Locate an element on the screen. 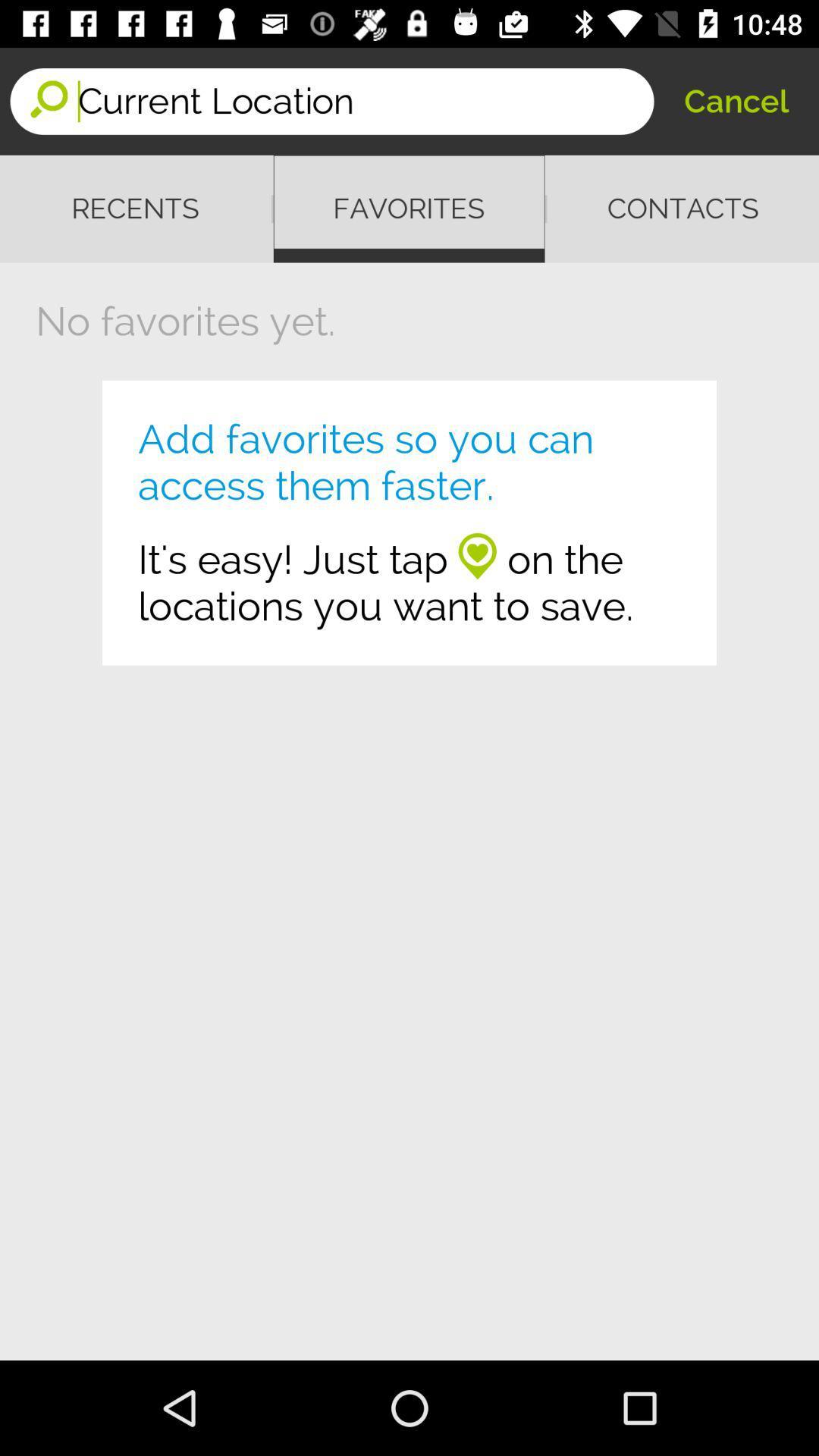 The width and height of the screenshot is (819, 1456). item next to current location is located at coordinates (736, 100).